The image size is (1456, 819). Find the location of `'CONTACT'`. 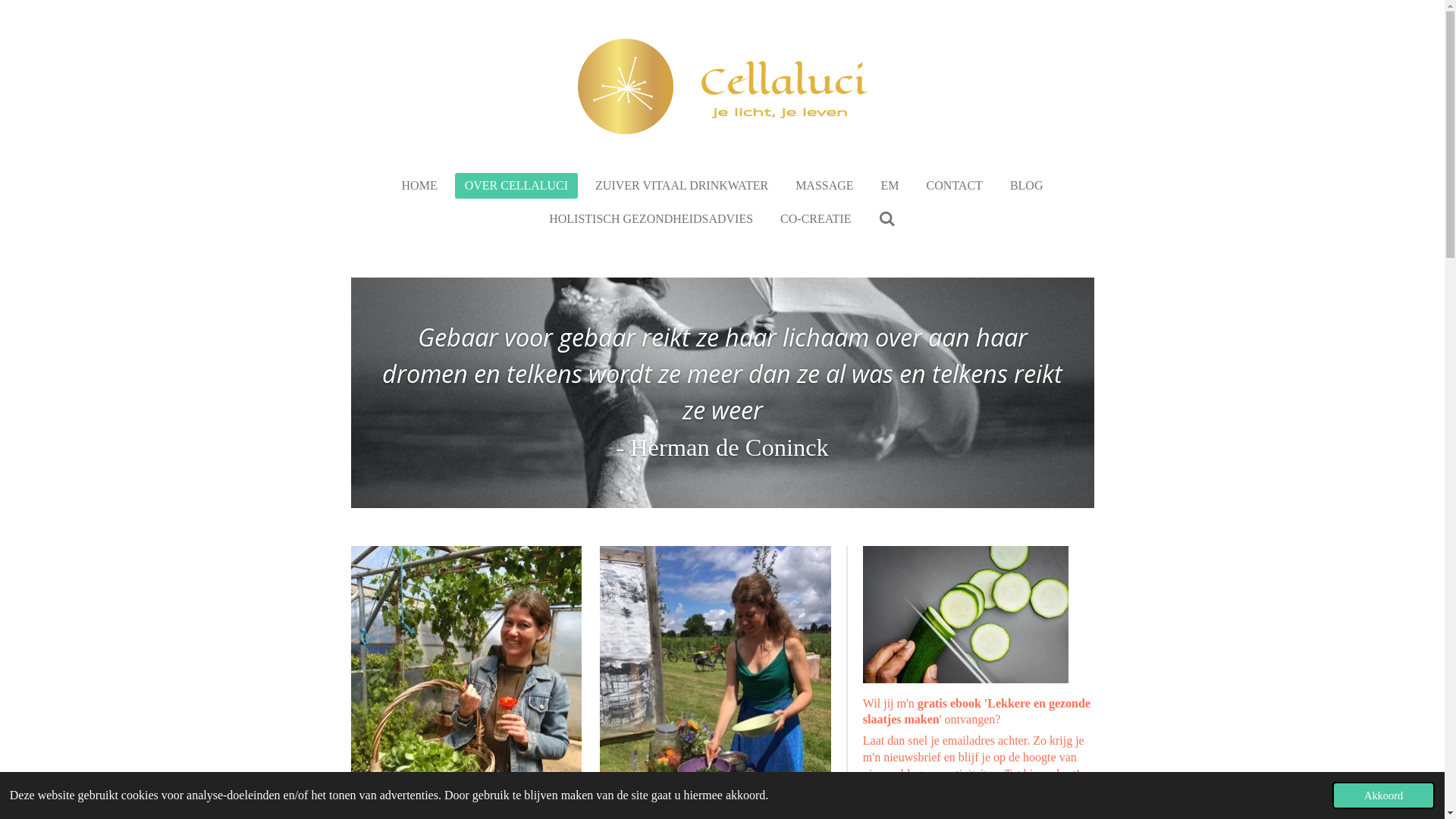

'CONTACT' is located at coordinates (916, 185).